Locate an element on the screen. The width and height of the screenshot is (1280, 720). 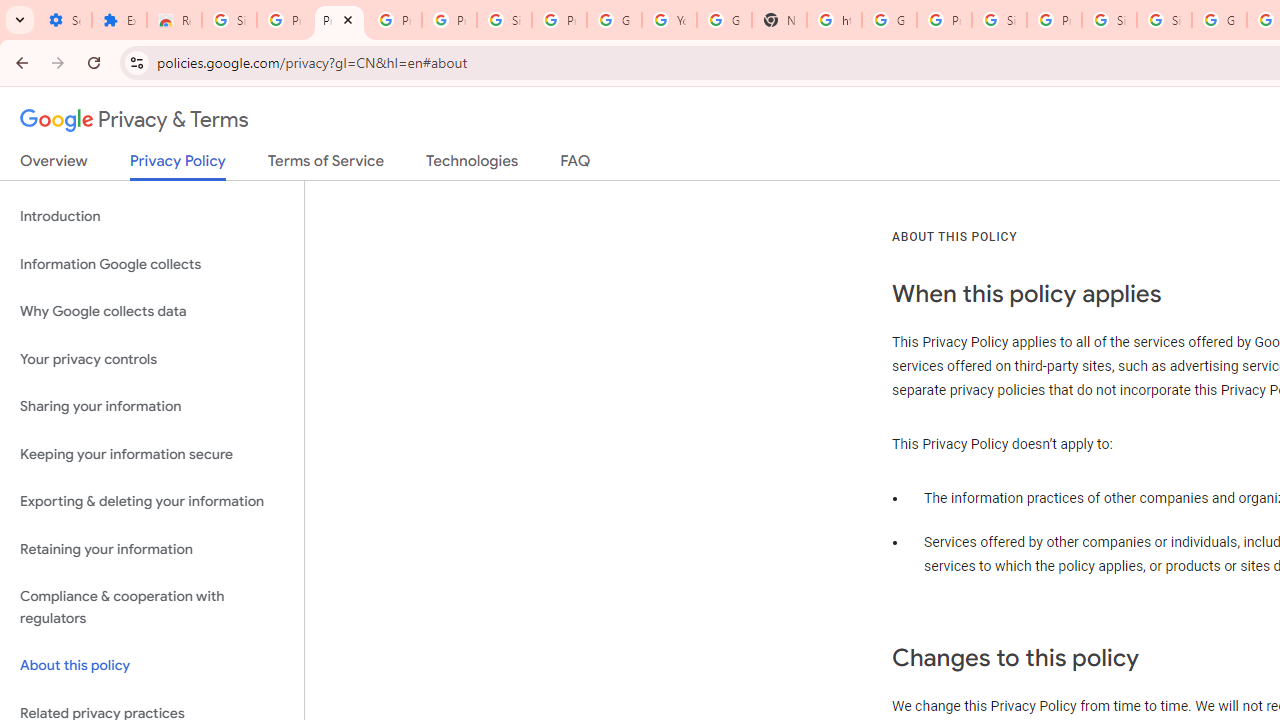
'Sign in - Google Accounts' is located at coordinates (1108, 20).